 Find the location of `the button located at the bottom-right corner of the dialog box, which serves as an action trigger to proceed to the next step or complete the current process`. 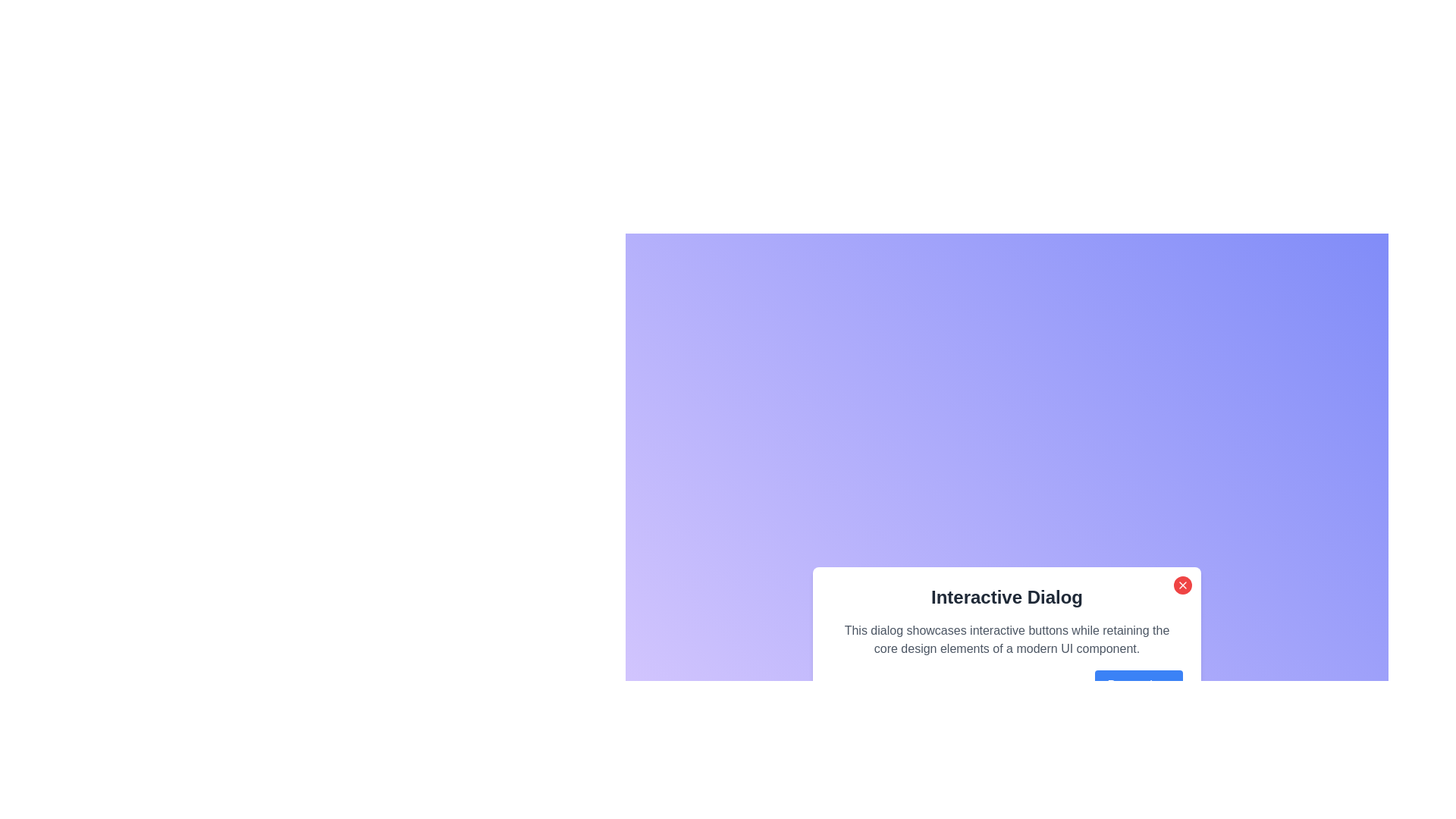

the button located at the bottom-right corner of the dialog box, which serves as an action trigger to proceed to the next step or complete the current process is located at coordinates (1007, 685).